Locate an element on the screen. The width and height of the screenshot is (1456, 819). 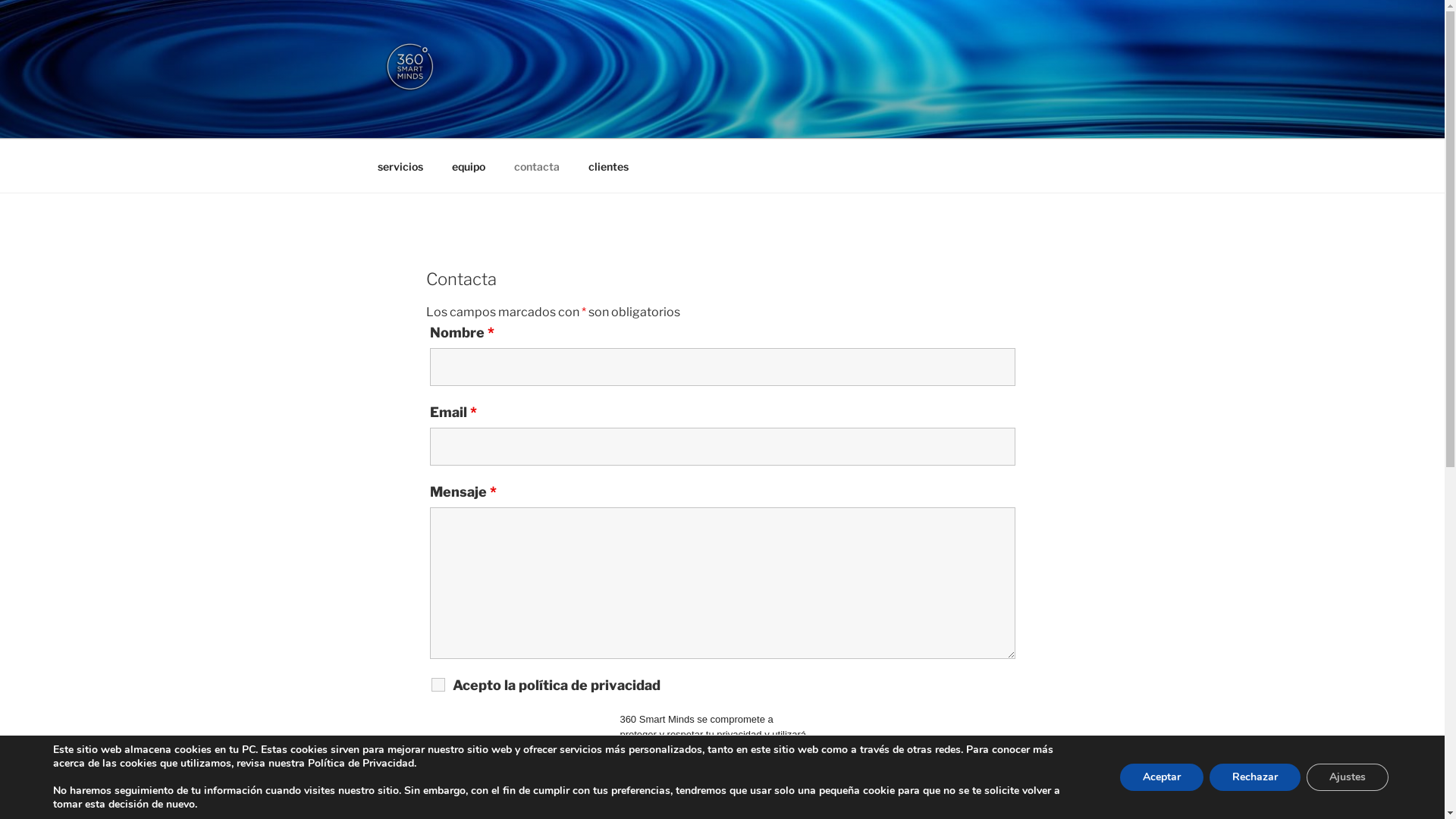
'Rechazar' is located at coordinates (1255, 777).